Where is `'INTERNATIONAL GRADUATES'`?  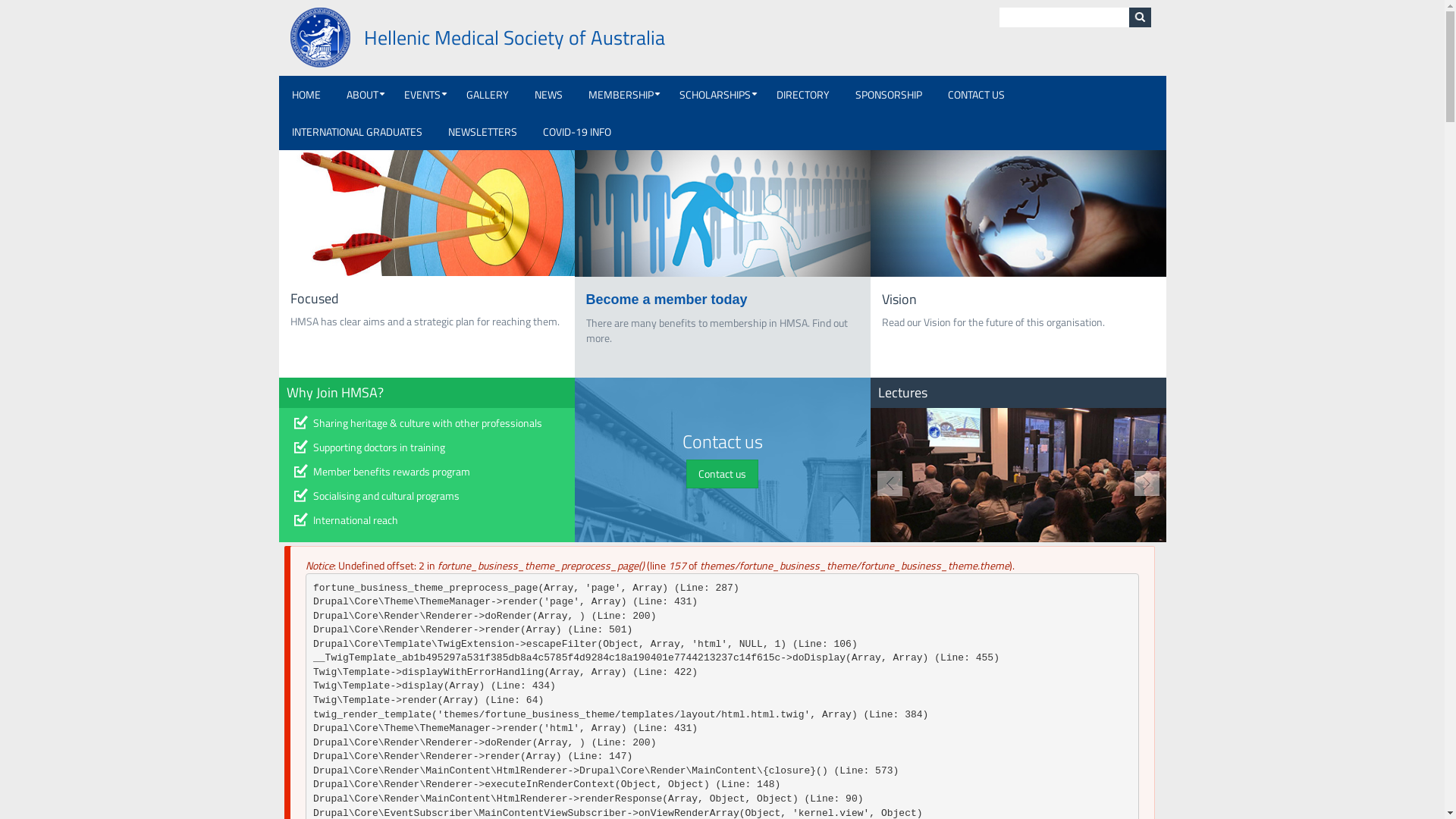 'INTERNATIONAL GRADUATES' is located at coordinates (356, 130).